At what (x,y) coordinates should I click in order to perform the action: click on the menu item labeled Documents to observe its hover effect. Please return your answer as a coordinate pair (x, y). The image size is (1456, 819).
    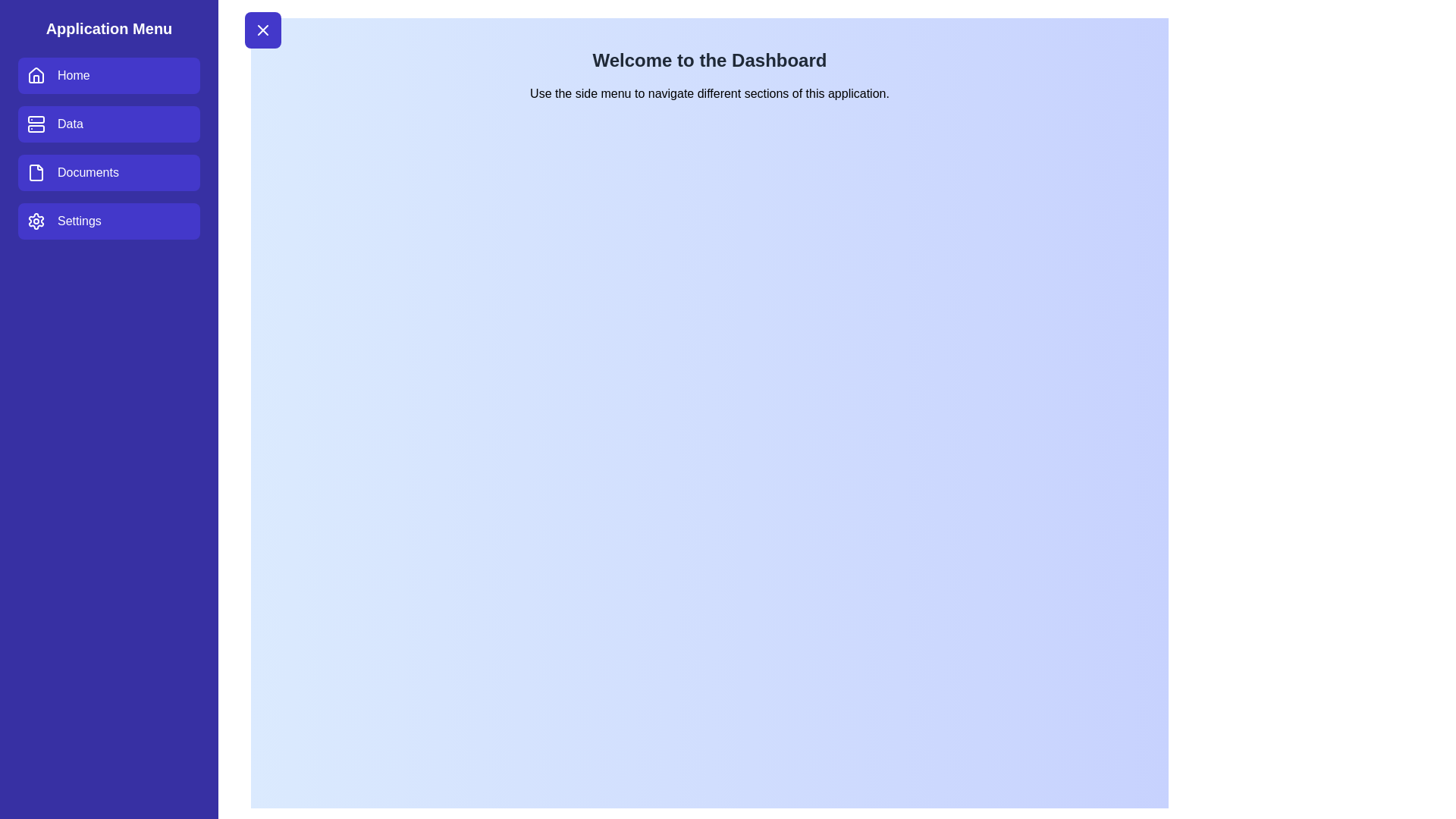
    Looking at the image, I should click on (108, 171).